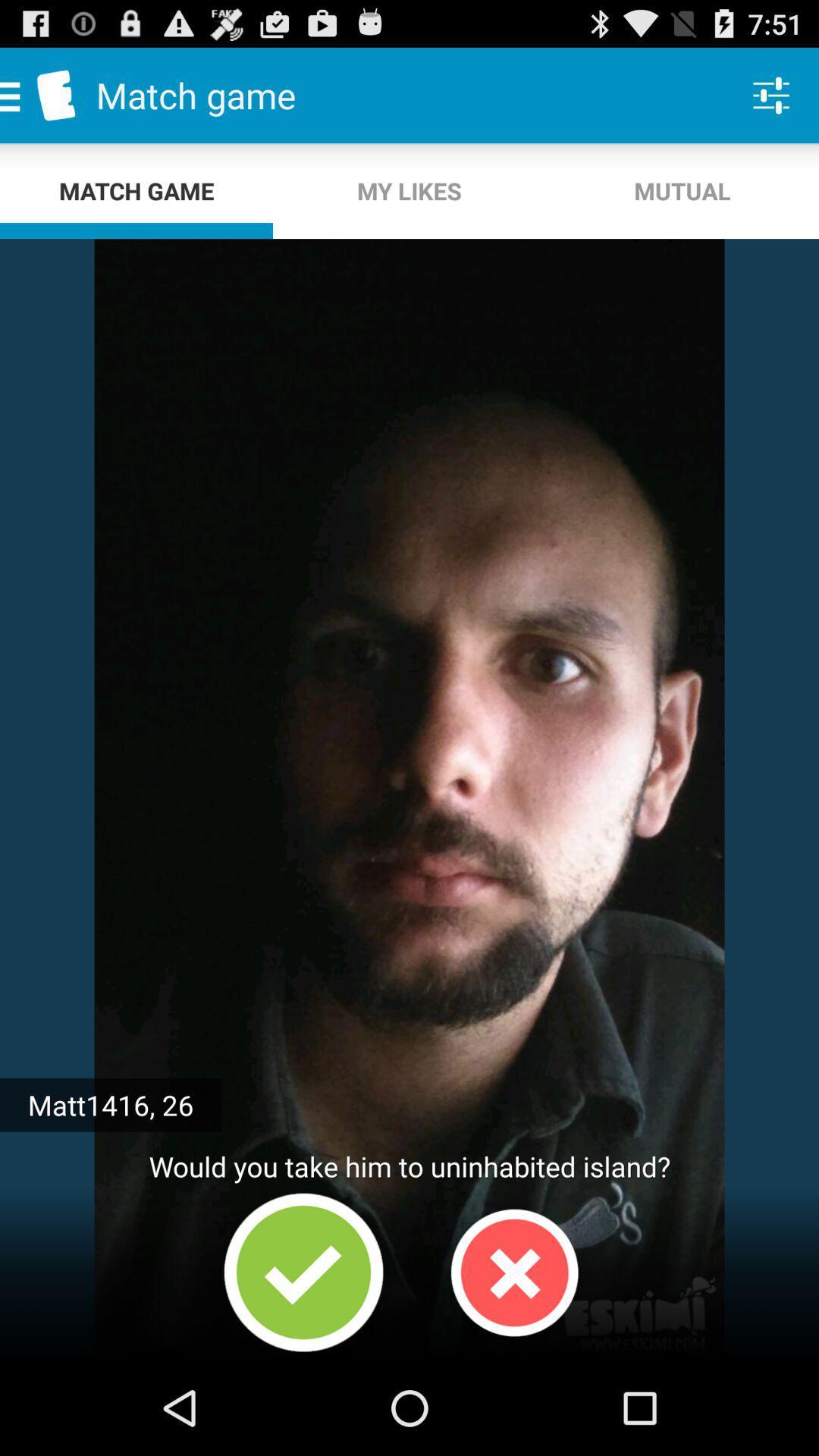 This screenshot has width=819, height=1456. I want to click on decline the question, so click(513, 1272).